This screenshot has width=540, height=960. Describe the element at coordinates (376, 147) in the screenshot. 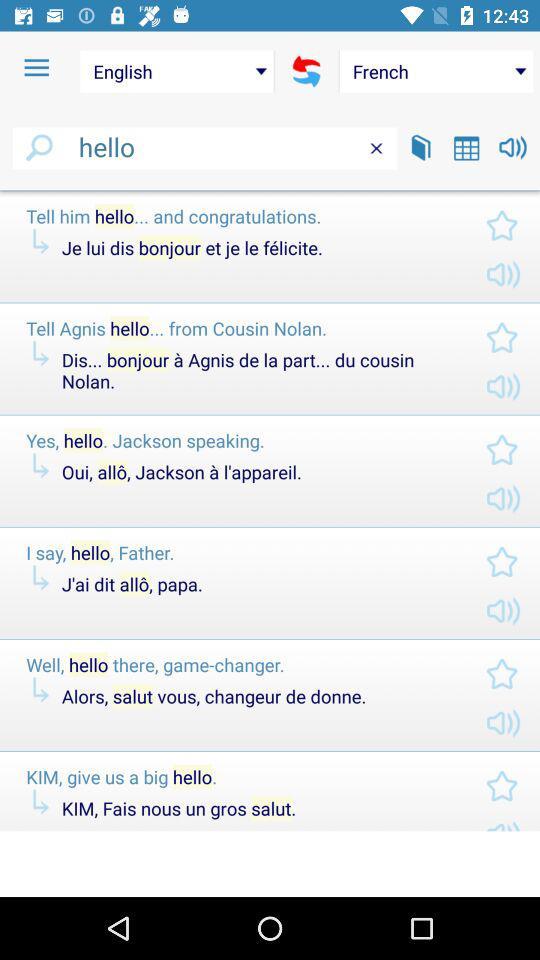

I see `switch close option` at that location.